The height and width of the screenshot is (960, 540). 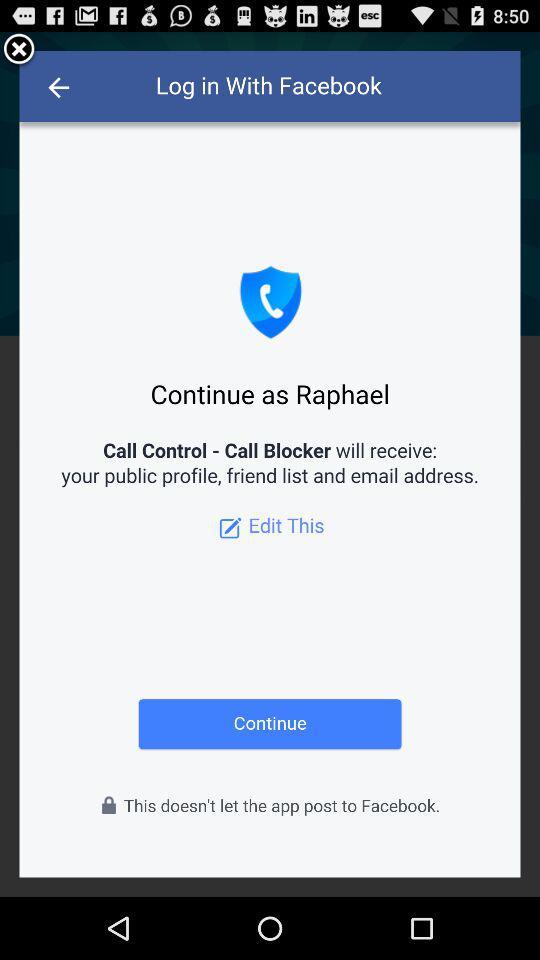 What do you see at coordinates (18, 49) in the screenshot?
I see `close` at bounding box center [18, 49].